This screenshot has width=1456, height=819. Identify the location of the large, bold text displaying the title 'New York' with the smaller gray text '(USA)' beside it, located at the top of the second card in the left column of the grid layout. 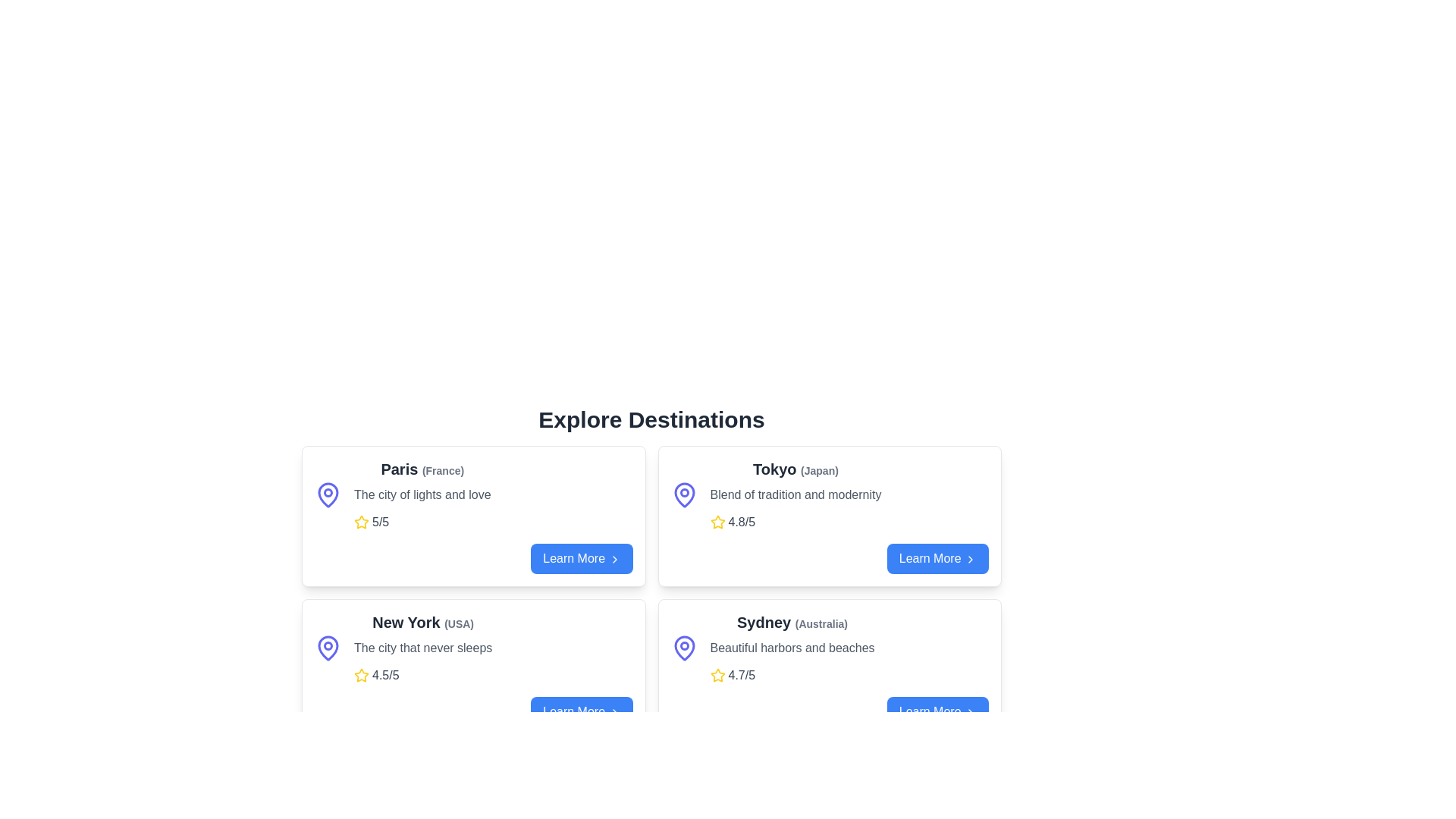
(423, 623).